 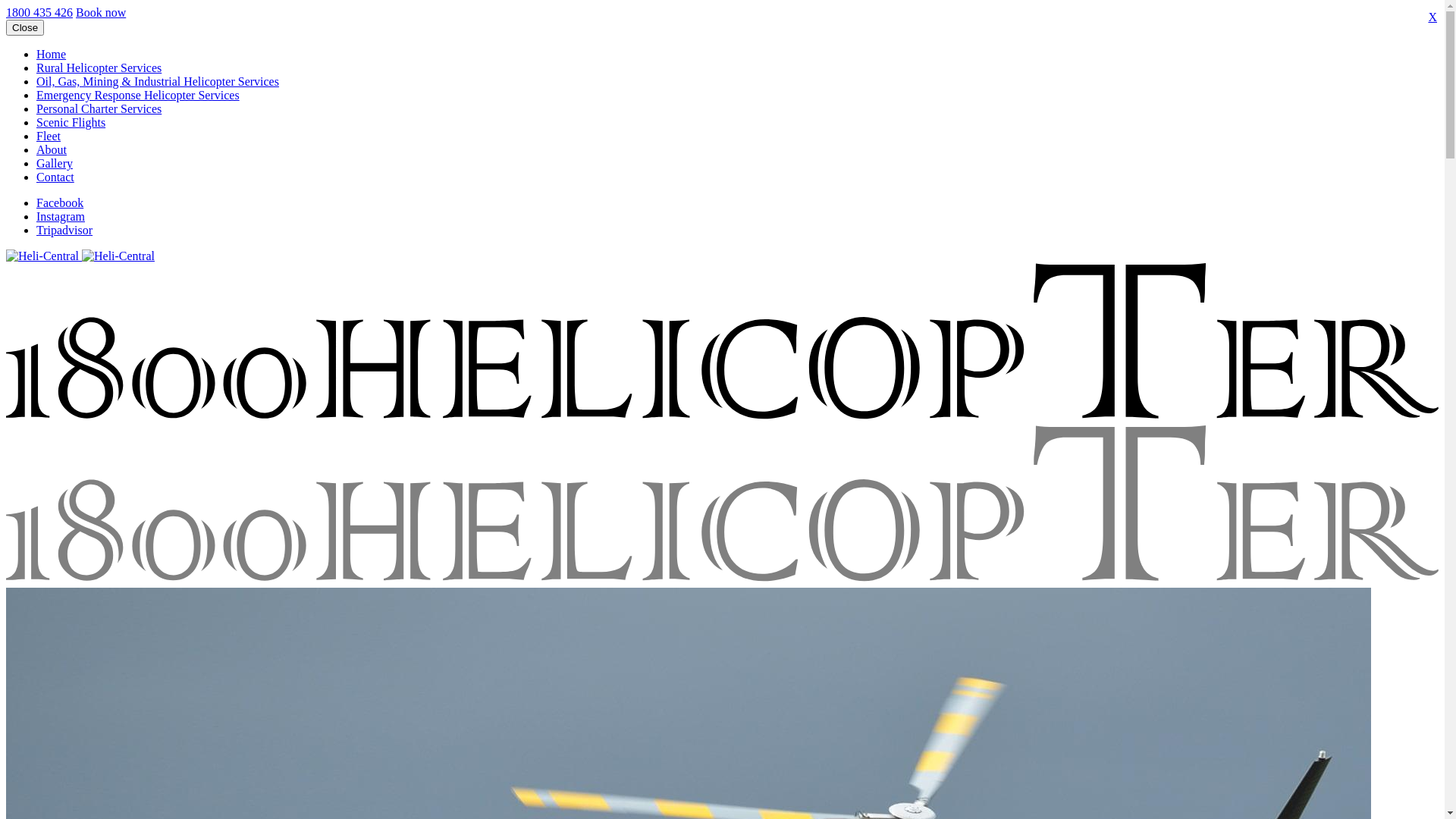 I want to click on 'Home', so click(x=51, y=53).